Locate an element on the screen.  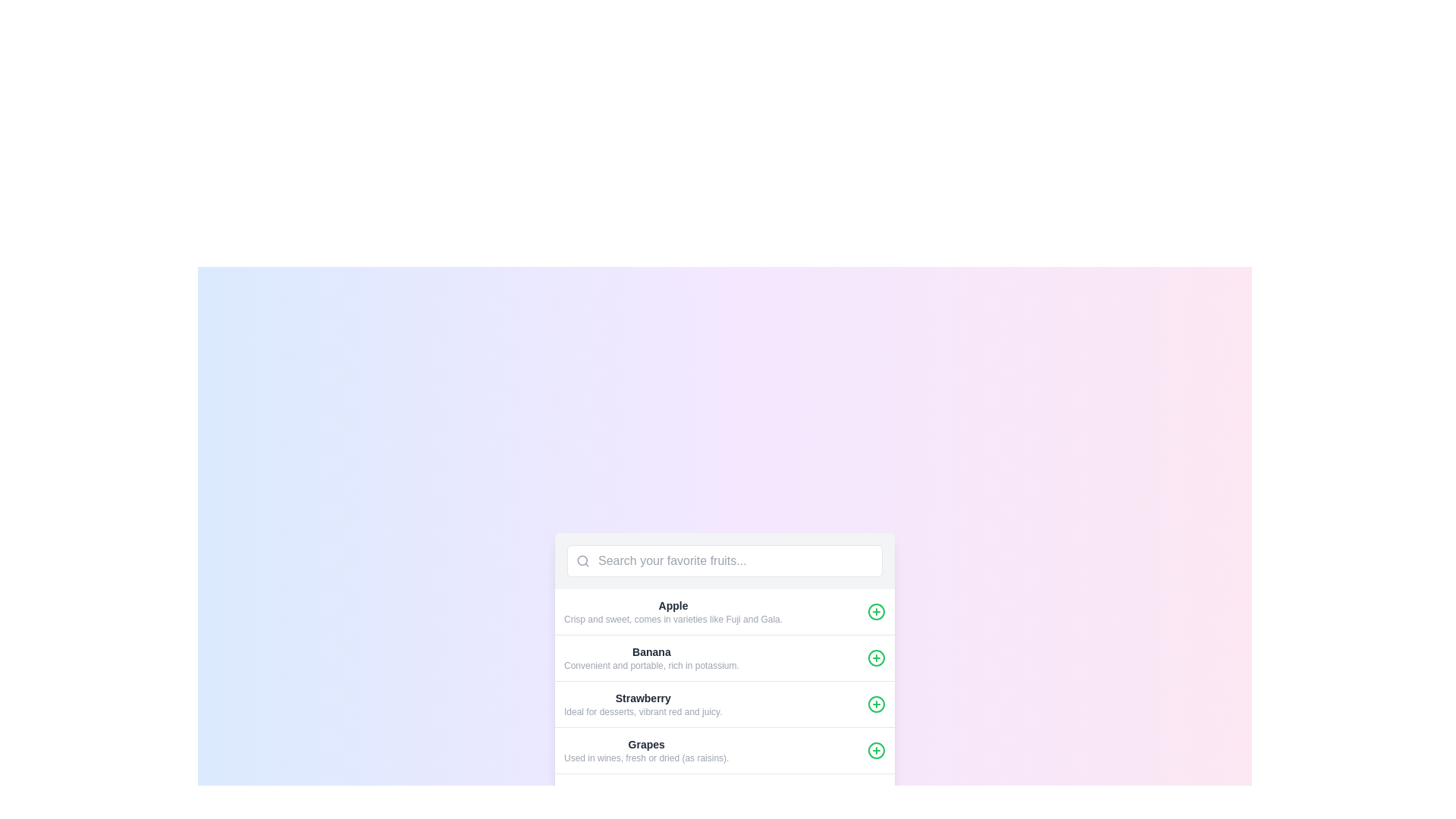
the circular green plus icon button located to the right of the text 'Banana Convenient and portable, rich in potassium.' is located at coordinates (877, 657).